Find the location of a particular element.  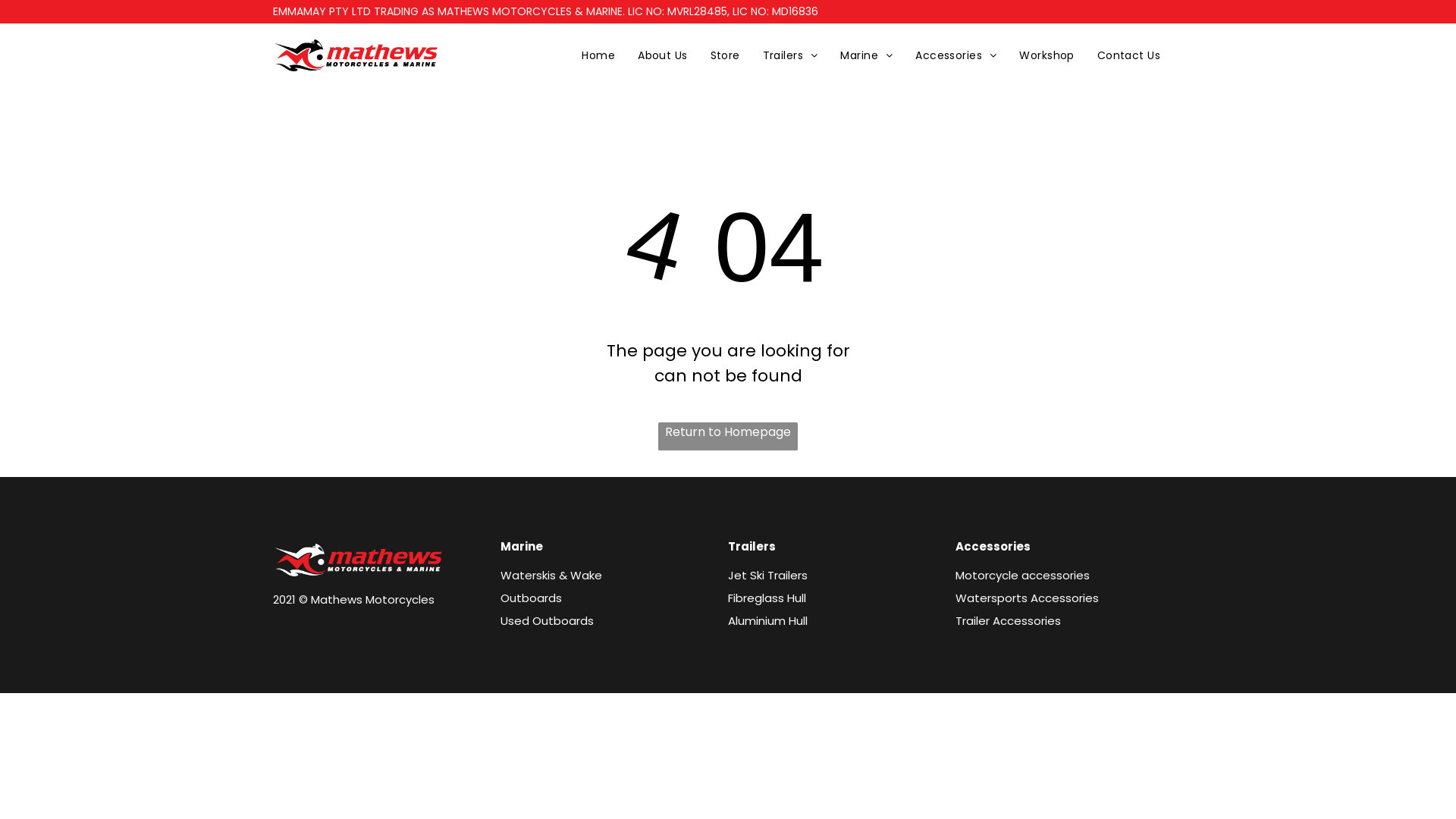

'Motorcycle accessories' is located at coordinates (1022, 575).